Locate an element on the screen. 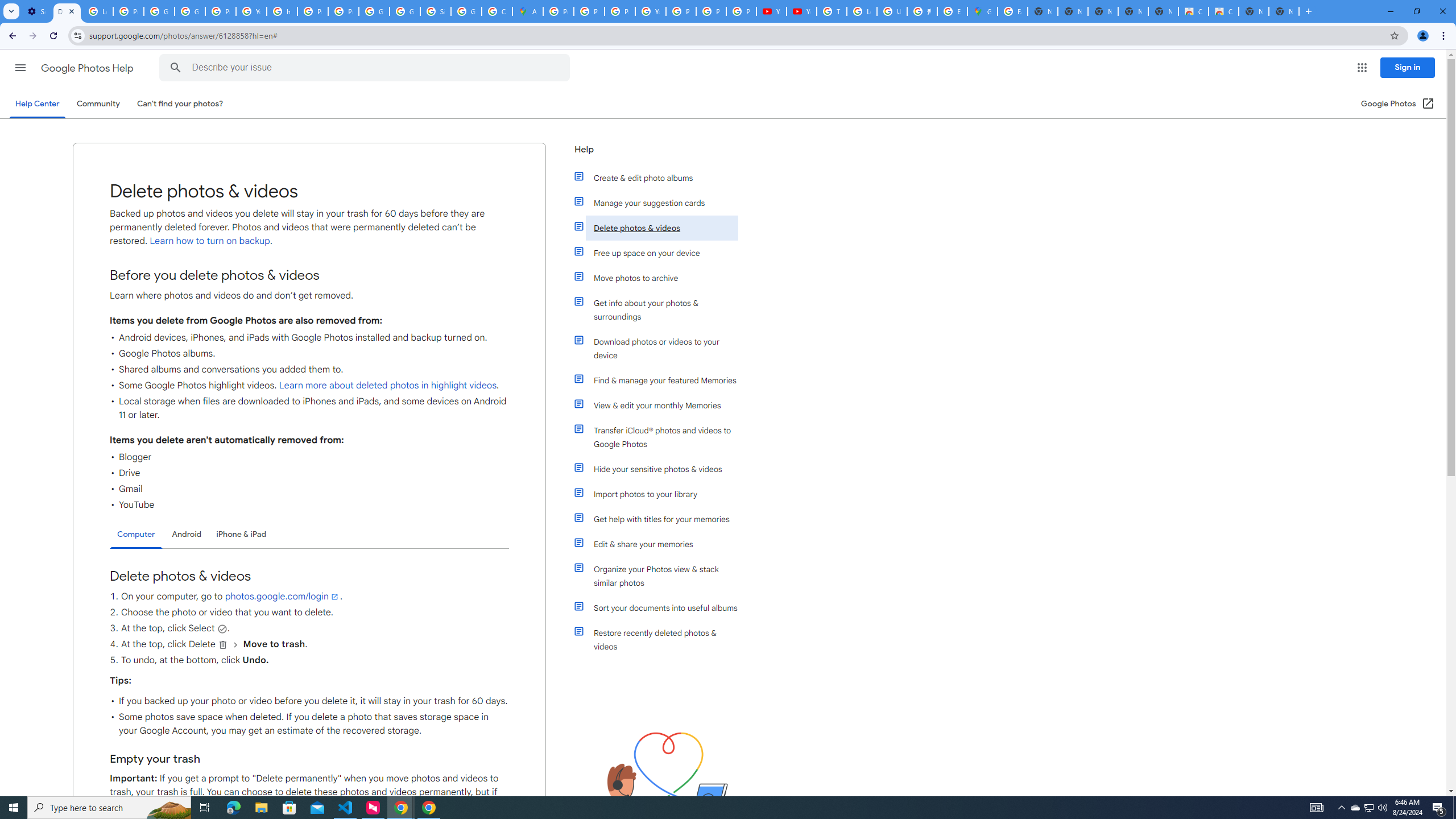 The width and height of the screenshot is (1456, 819). 'Delete photos & videos' is located at coordinates (661, 228).